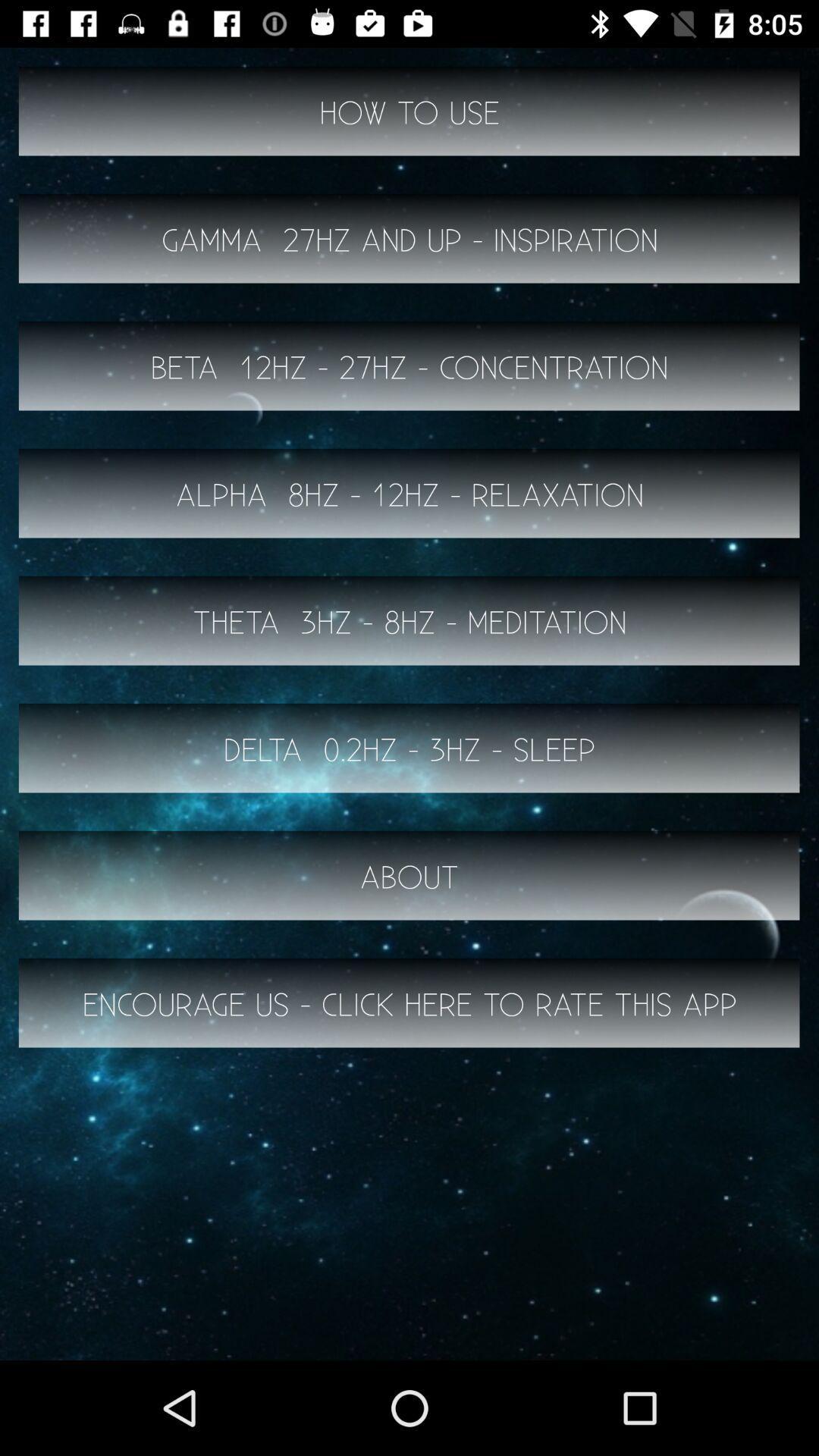 This screenshot has width=819, height=1456. I want to click on the item below the delta 0 2hz item, so click(409, 876).